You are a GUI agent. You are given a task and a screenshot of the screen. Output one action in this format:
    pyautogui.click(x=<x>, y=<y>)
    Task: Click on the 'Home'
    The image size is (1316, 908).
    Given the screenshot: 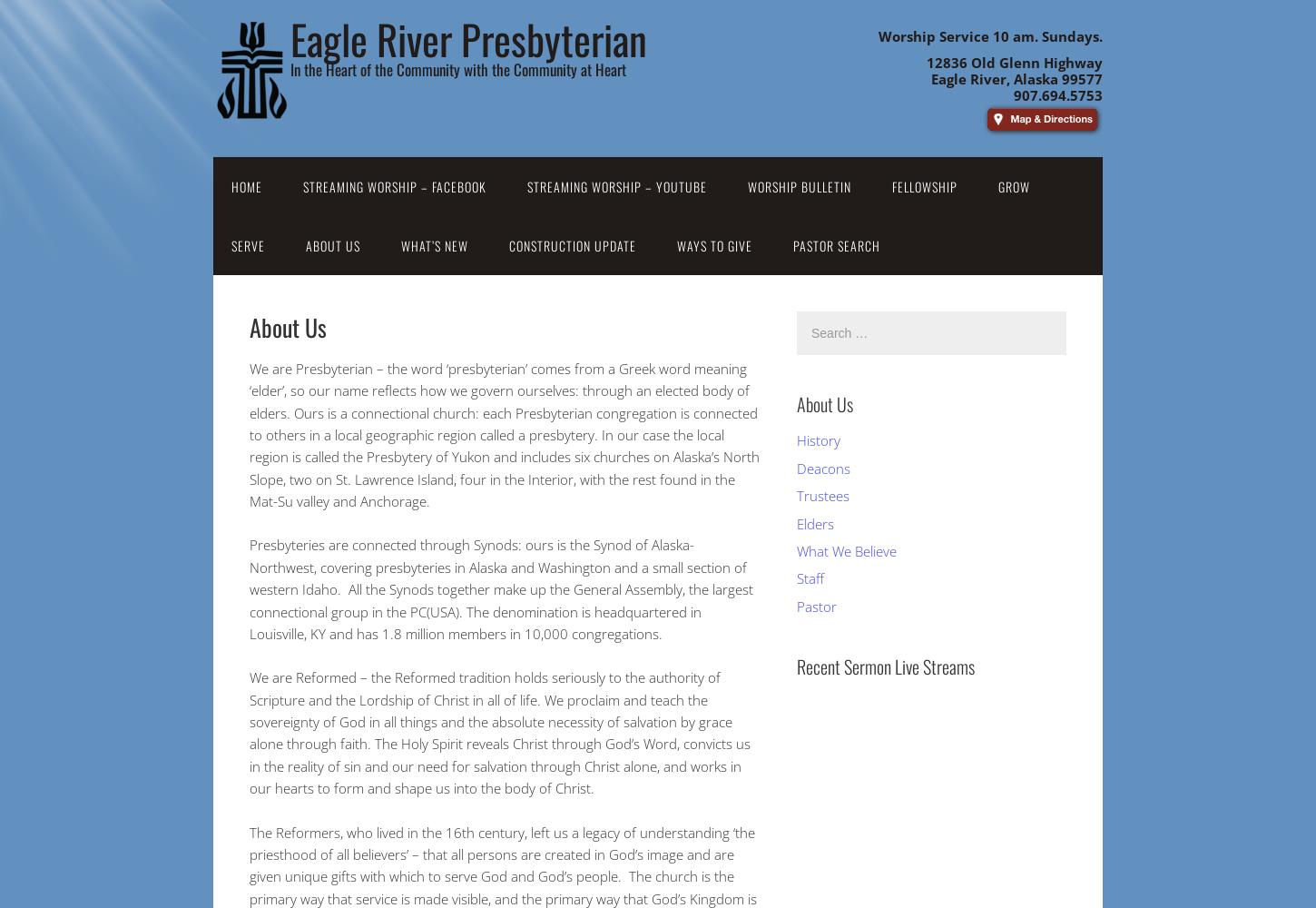 What is the action you would take?
    pyautogui.click(x=247, y=185)
    